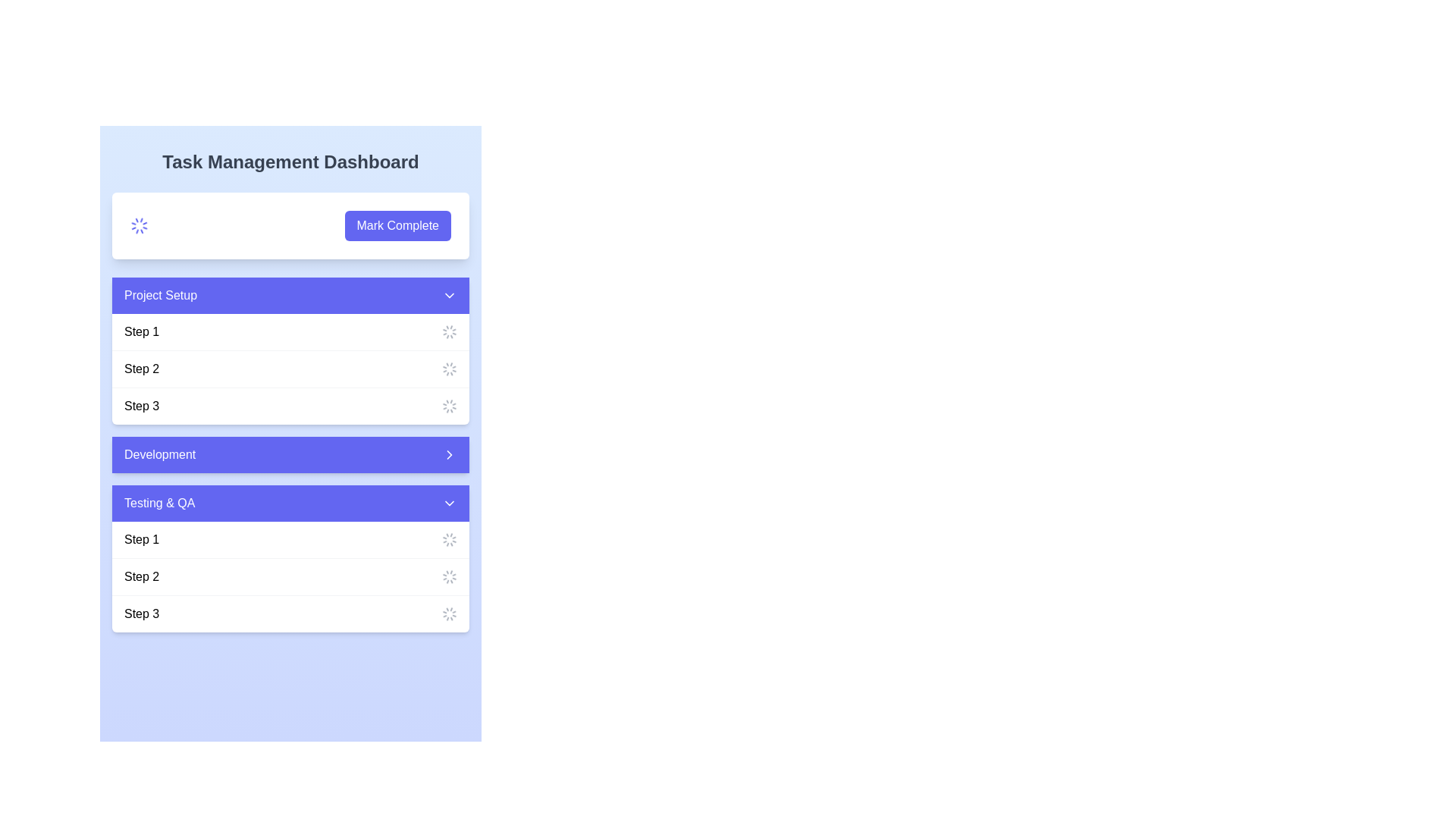 The image size is (1456, 819). I want to click on the static text within the collapsible menu header located in the left panel under 'Task Management Dashboard', so click(160, 295).